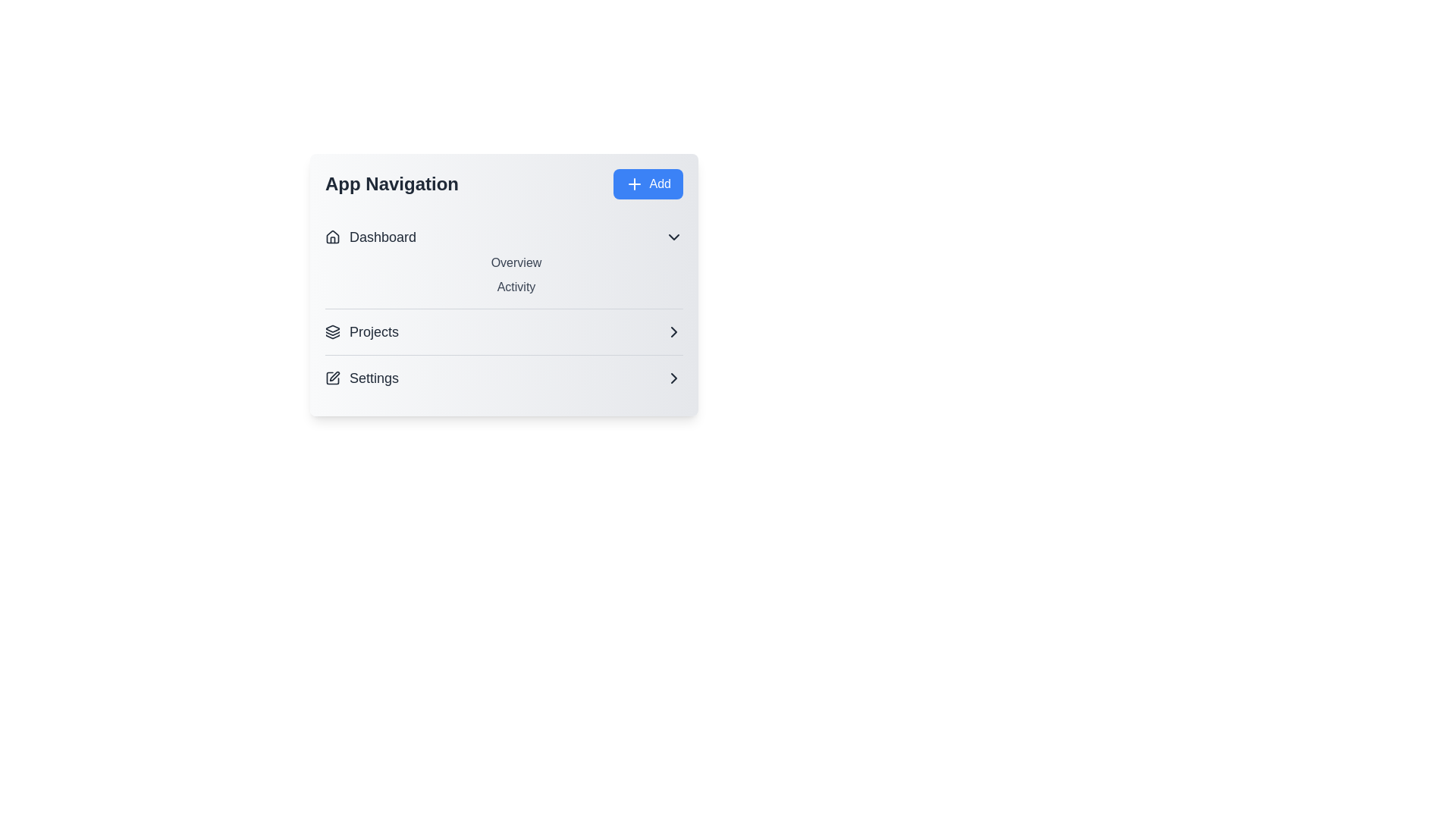  What do you see at coordinates (516, 262) in the screenshot?
I see `the 'Overview' item under 'Dashboard'` at bounding box center [516, 262].